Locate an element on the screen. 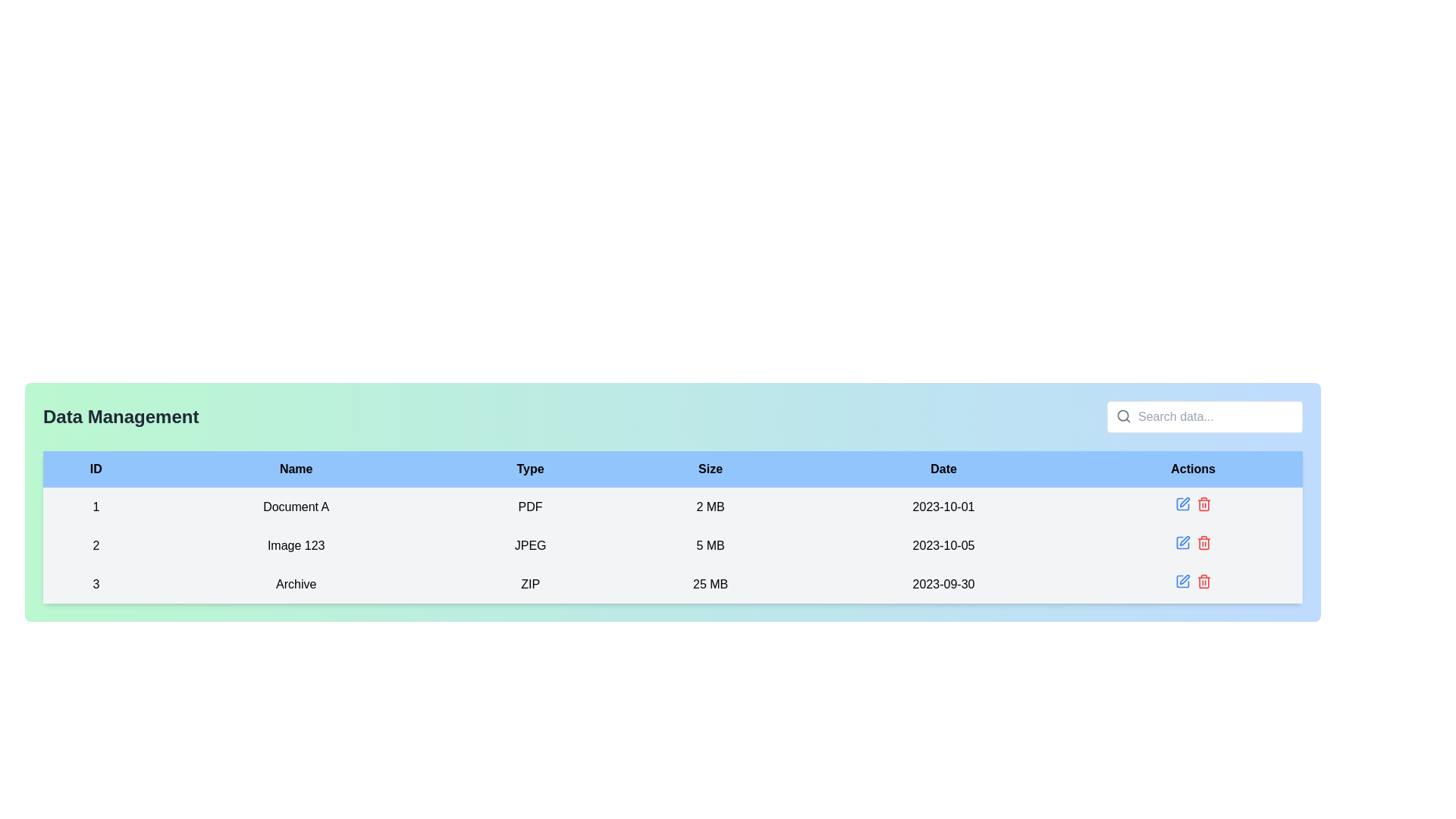 This screenshot has width=1456, height=819. the second row of the data table containing the information '2', 'Image 123', 'JPEG', '5 MB', '2023-10-05' is located at coordinates (672, 544).